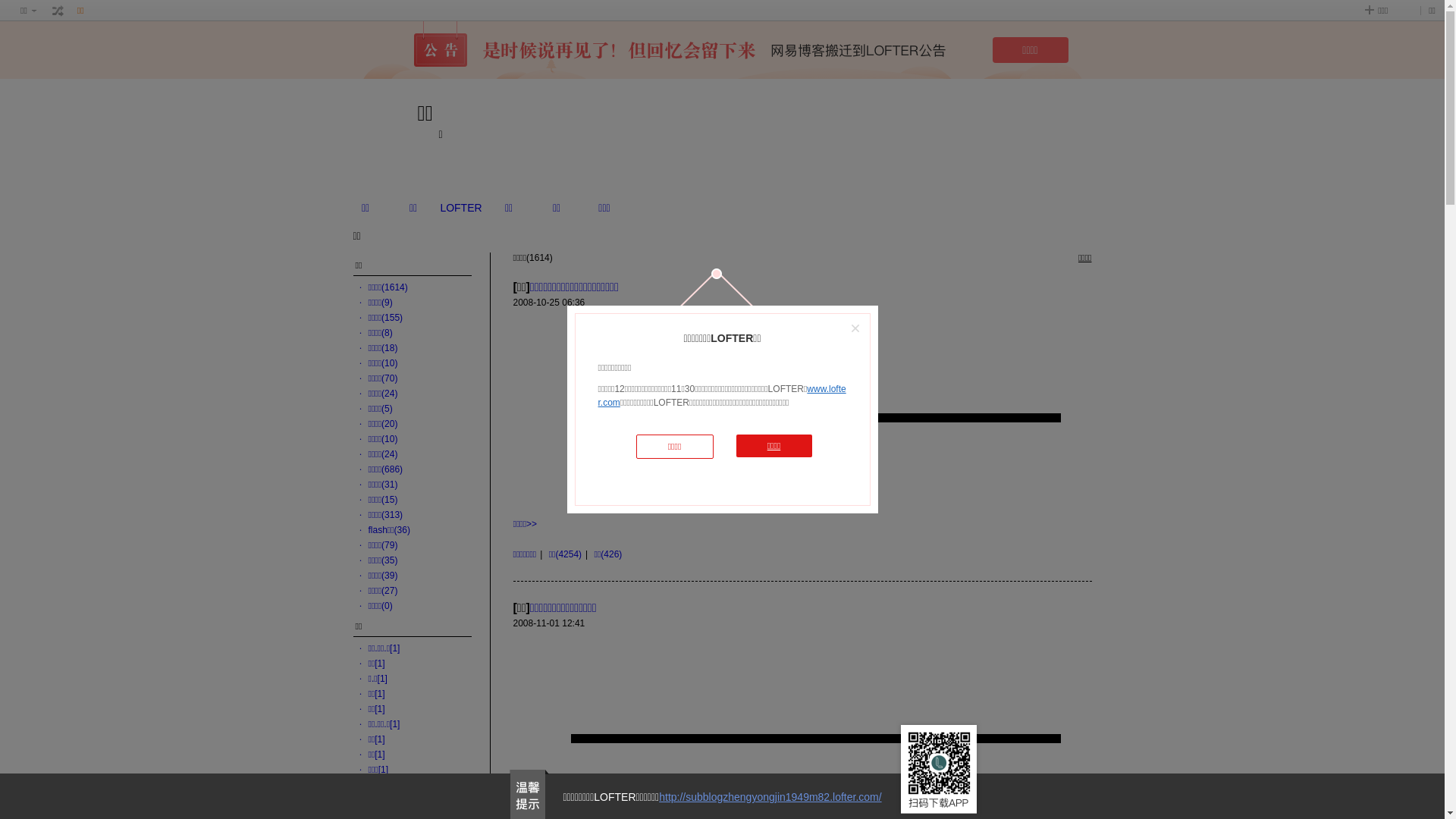  Describe the element at coordinates (770, 795) in the screenshot. I see `'http://subblogzhengyongjin1949m82.lofter.com/'` at that location.